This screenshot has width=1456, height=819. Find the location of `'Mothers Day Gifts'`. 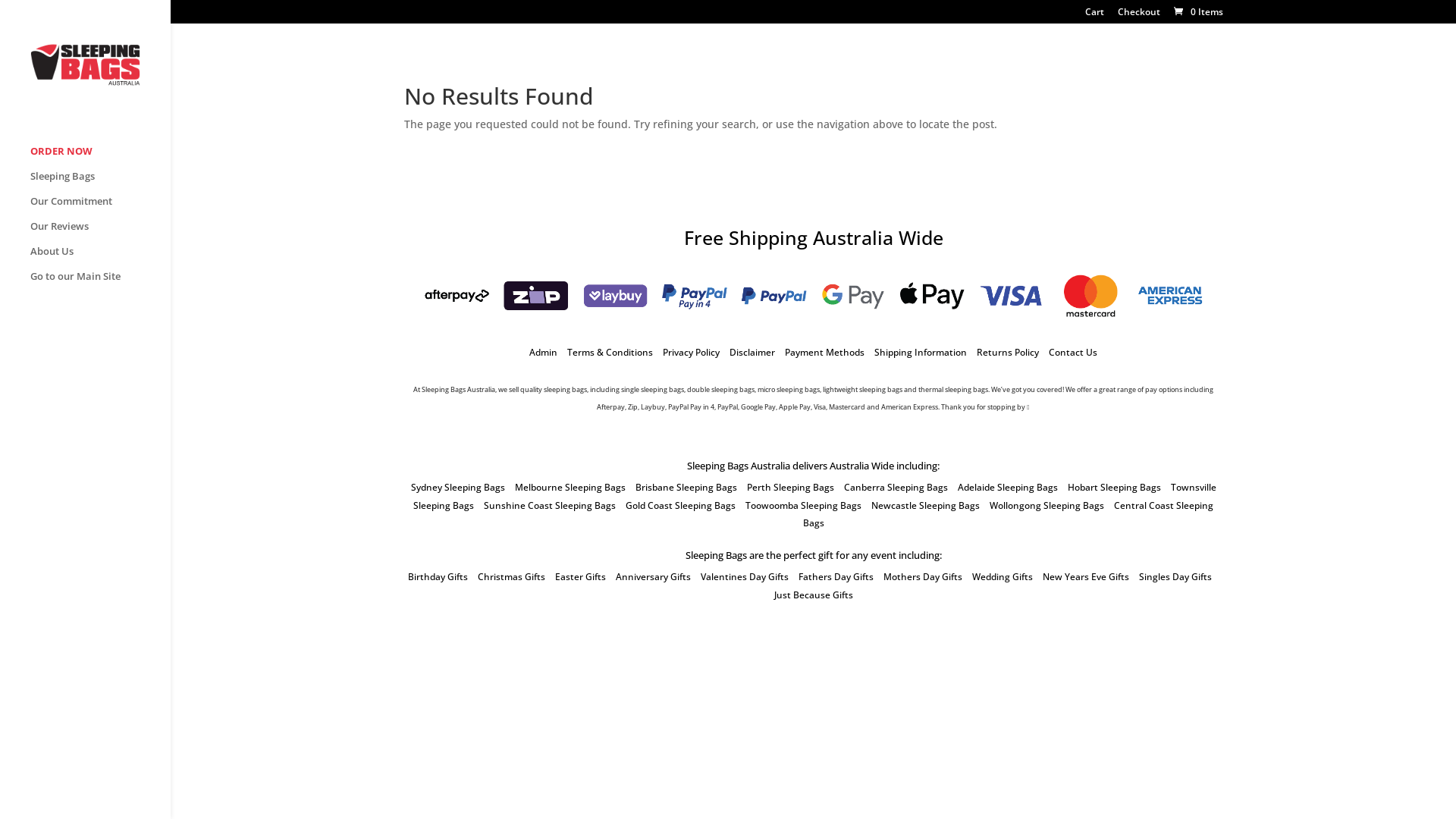

'Mothers Day Gifts' is located at coordinates (921, 576).